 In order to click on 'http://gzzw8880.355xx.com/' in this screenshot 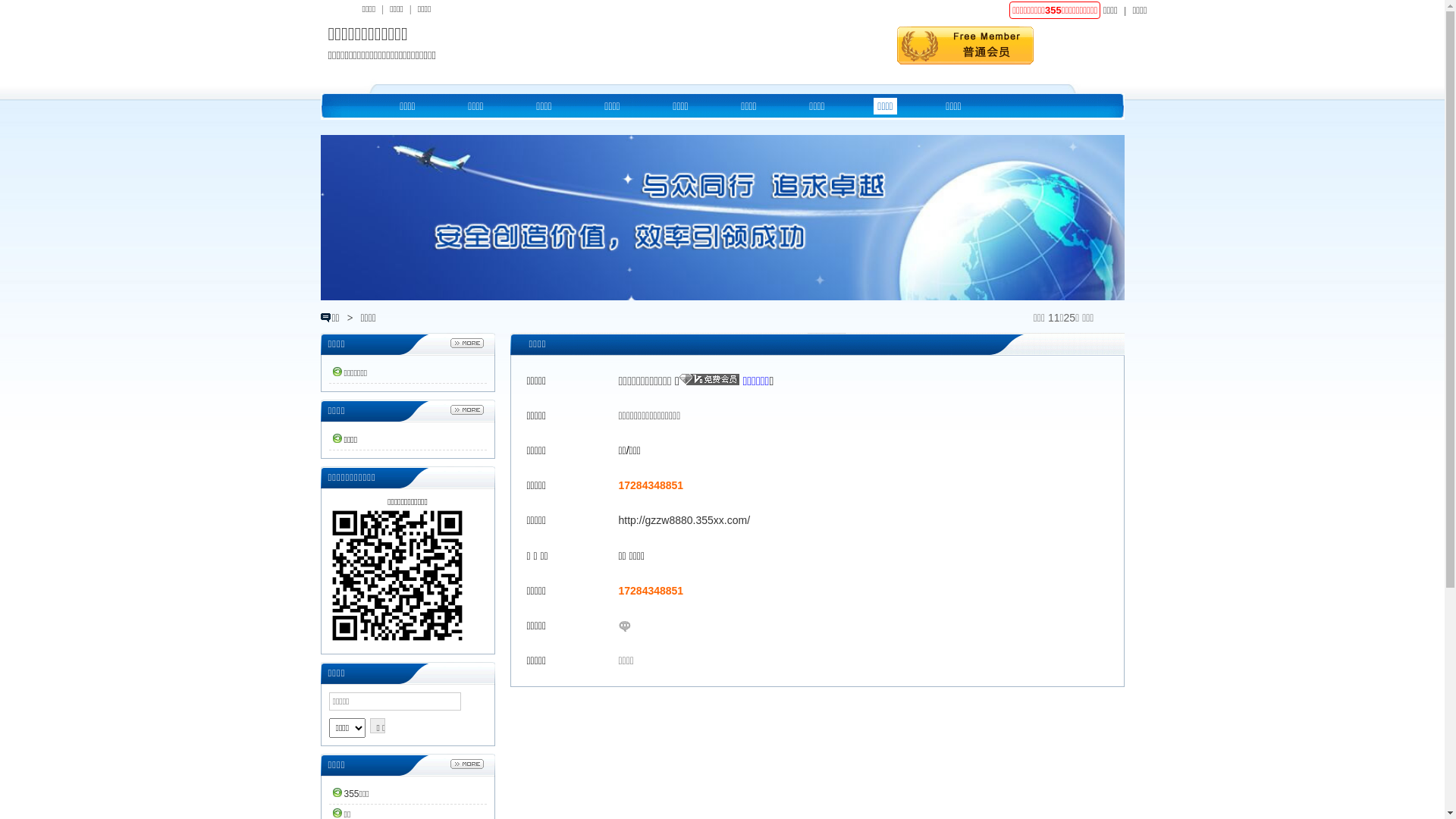, I will do `click(683, 519)`.